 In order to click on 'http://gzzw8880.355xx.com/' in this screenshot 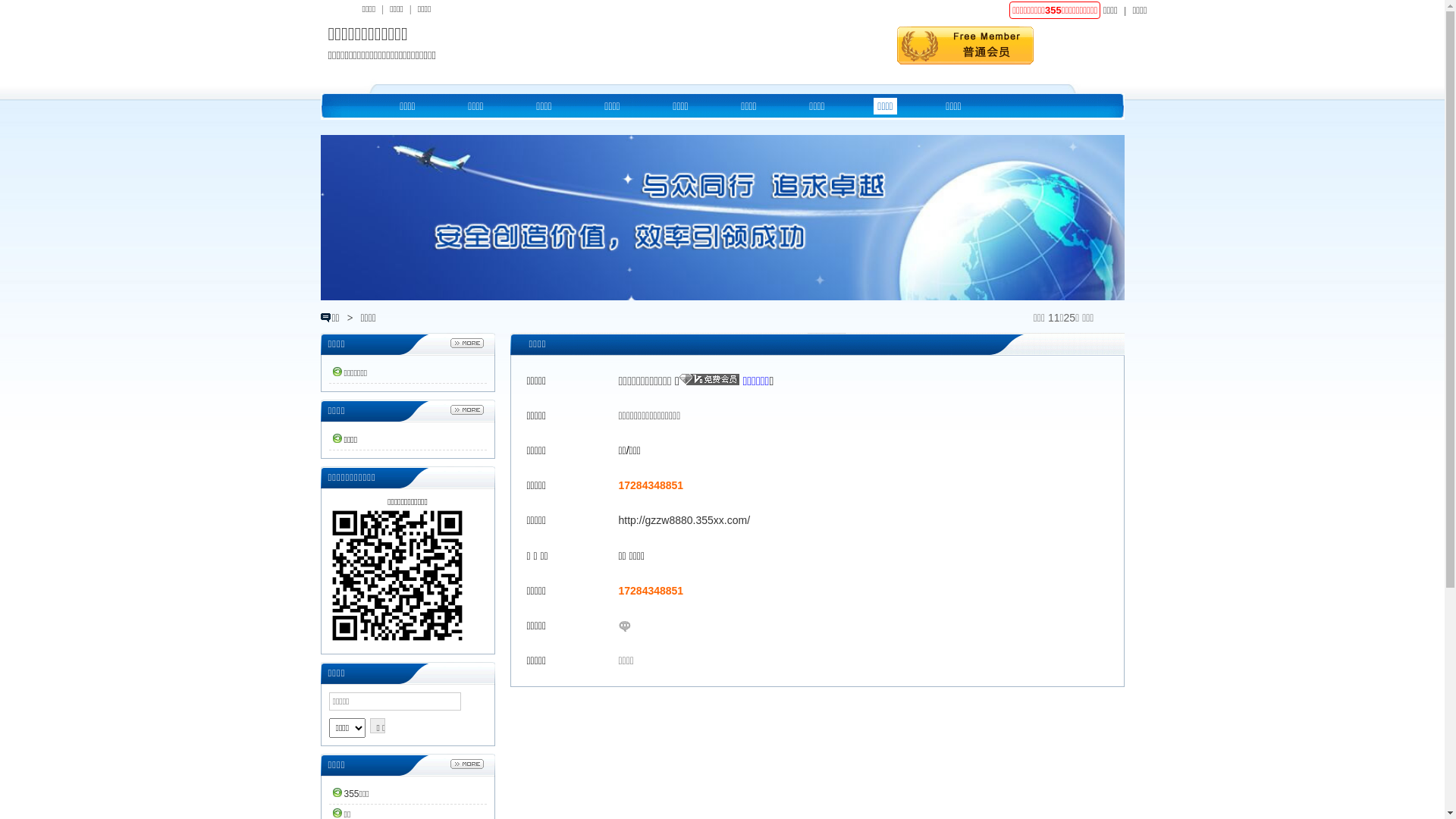, I will do `click(683, 519)`.